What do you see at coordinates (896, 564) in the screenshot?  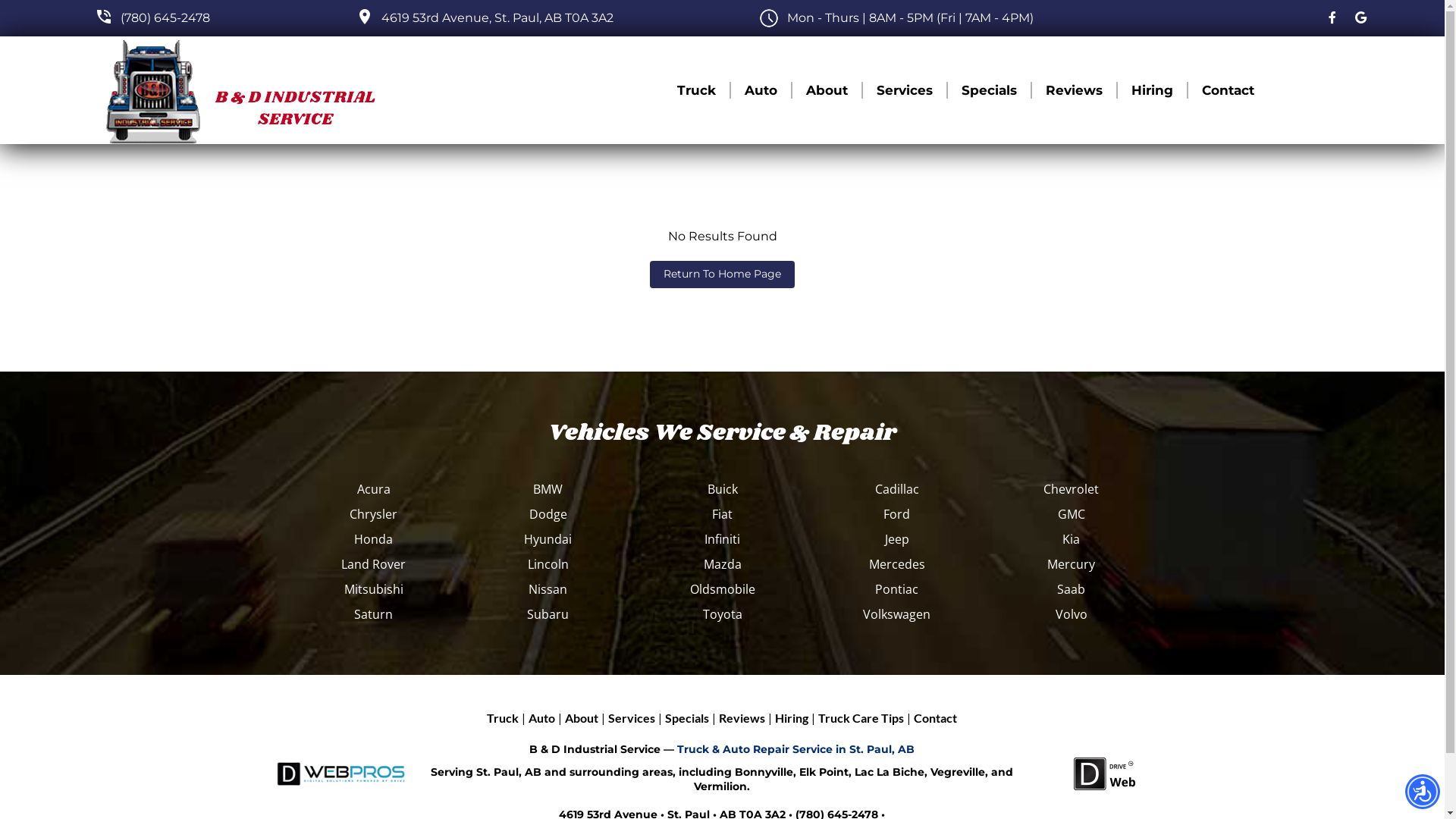 I see `'Mercedes'` at bounding box center [896, 564].